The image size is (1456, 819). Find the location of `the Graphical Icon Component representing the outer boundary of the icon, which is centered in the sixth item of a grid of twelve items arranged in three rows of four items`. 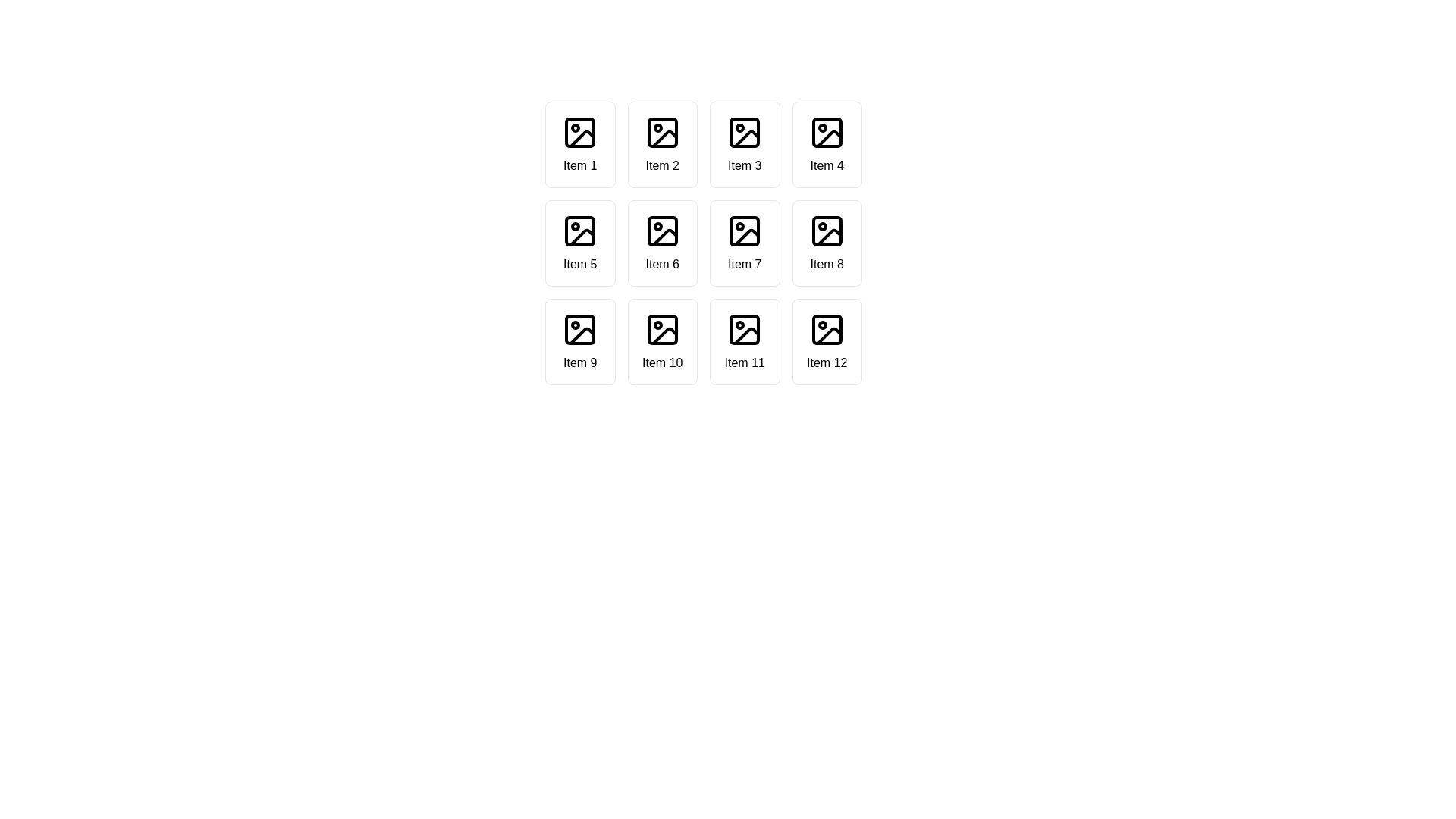

the Graphical Icon Component representing the outer boundary of the icon, which is centered in the sixth item of a grid of twelve items arranged in three rows of four items is located at coordinates (662, 231).